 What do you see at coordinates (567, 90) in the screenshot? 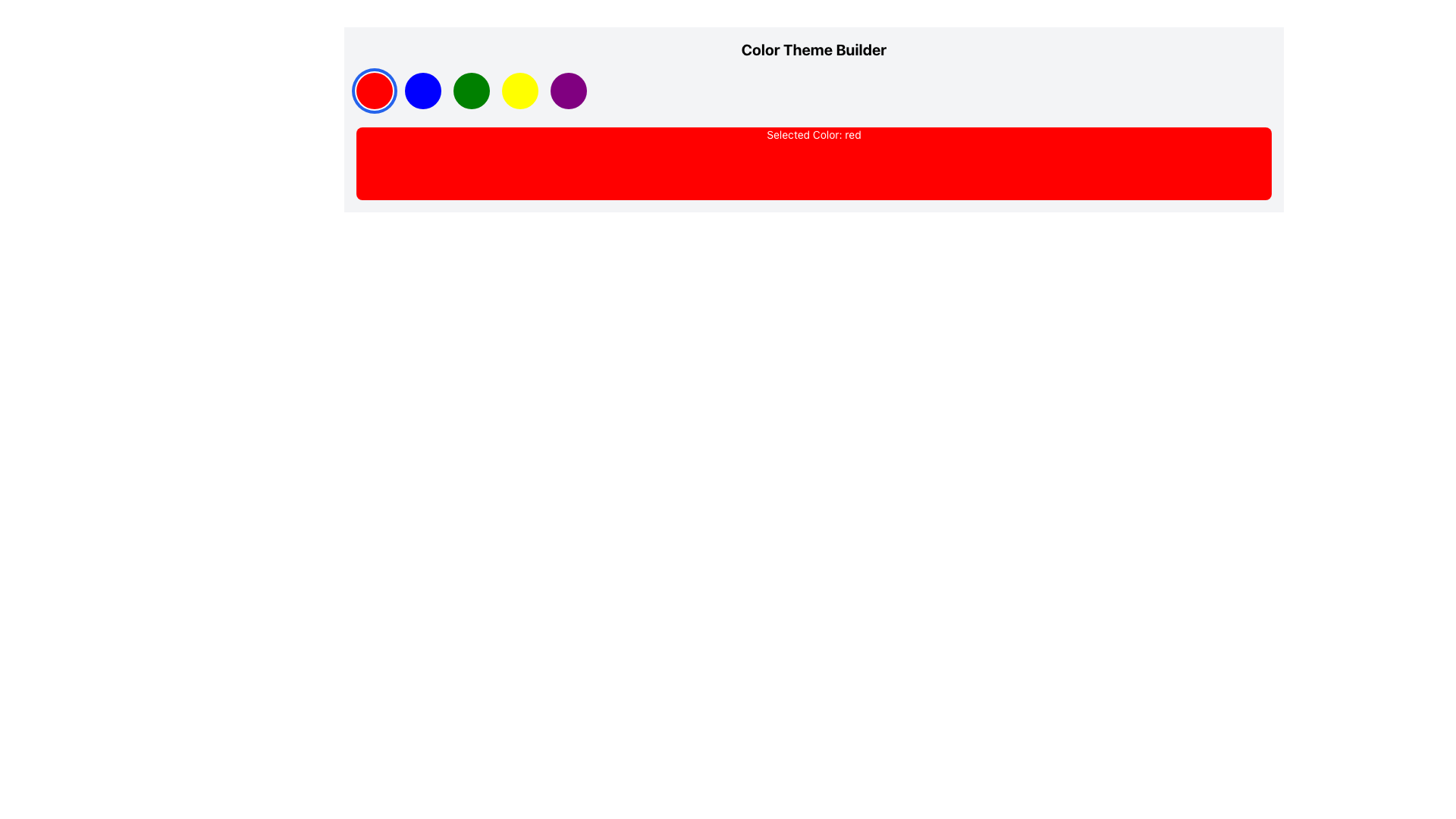
I see `the fifth button in a horizontal row of five buttons, which serves as a color selector` at bounding box center [567, 90].